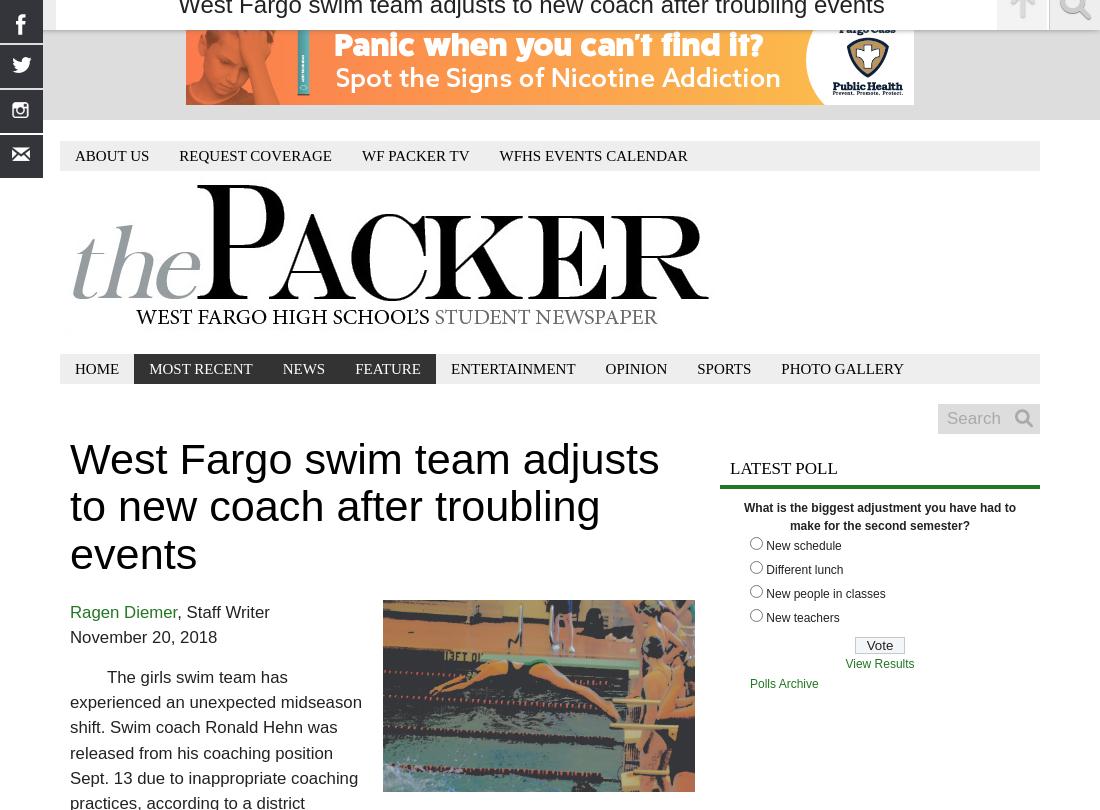  Describe the element at coordinates (142, 635) in the screenshot. I see `'November 20, 2018'` at that location.